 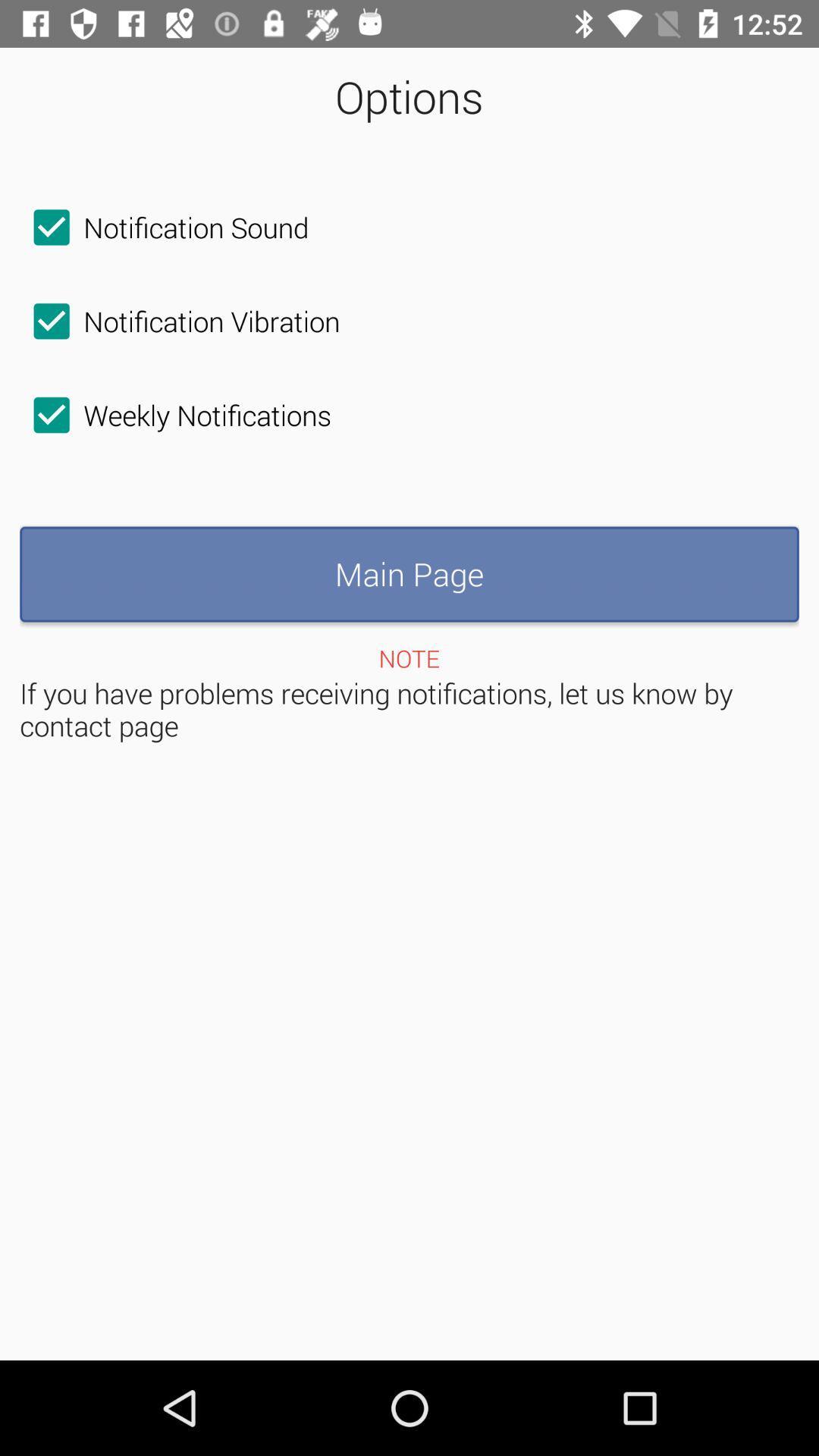 I want to click on icon below weekly notifications, so click(x=409, y=573).